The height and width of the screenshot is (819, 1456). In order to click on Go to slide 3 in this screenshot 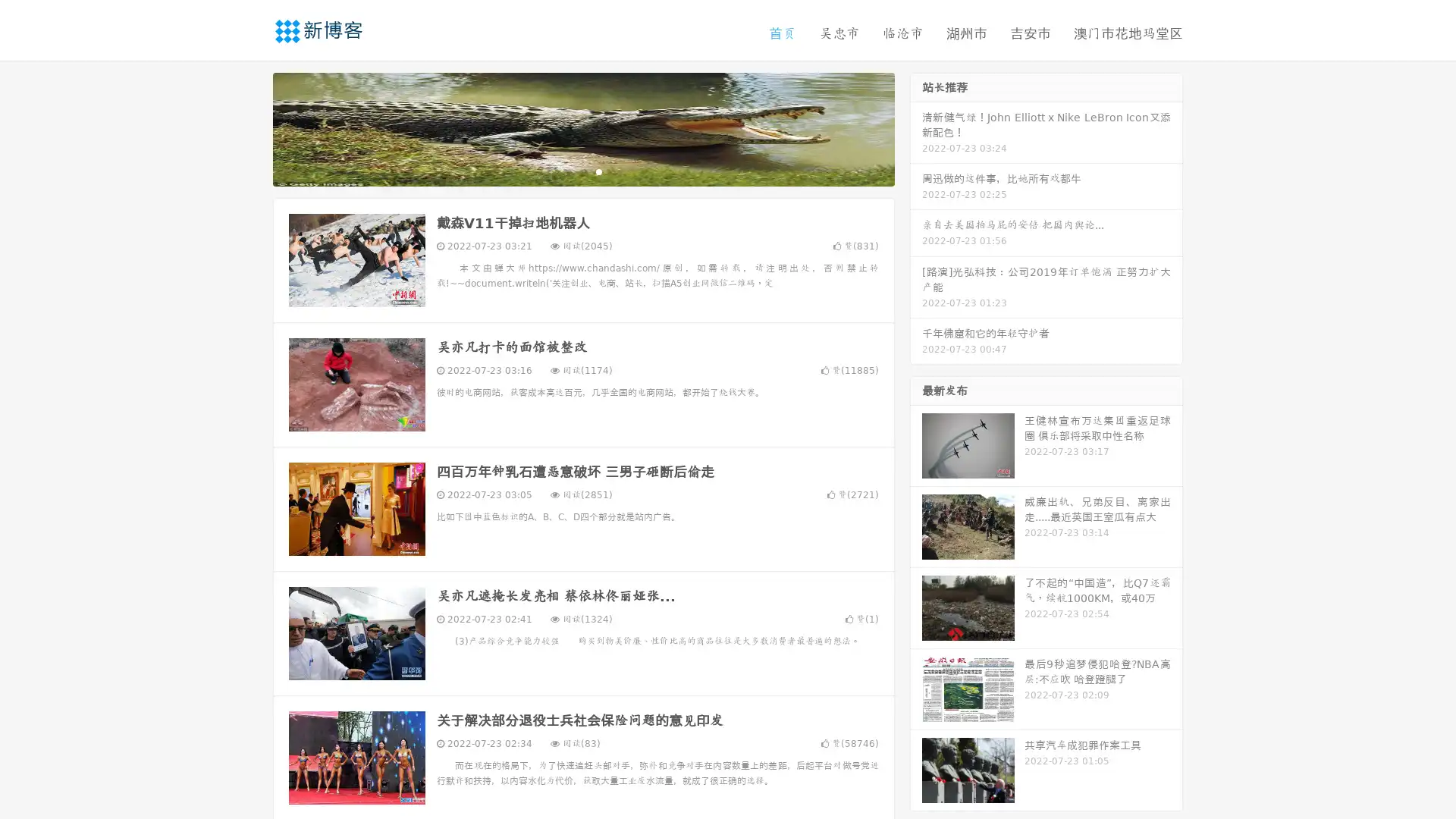, I will do `click(598, 171)`.